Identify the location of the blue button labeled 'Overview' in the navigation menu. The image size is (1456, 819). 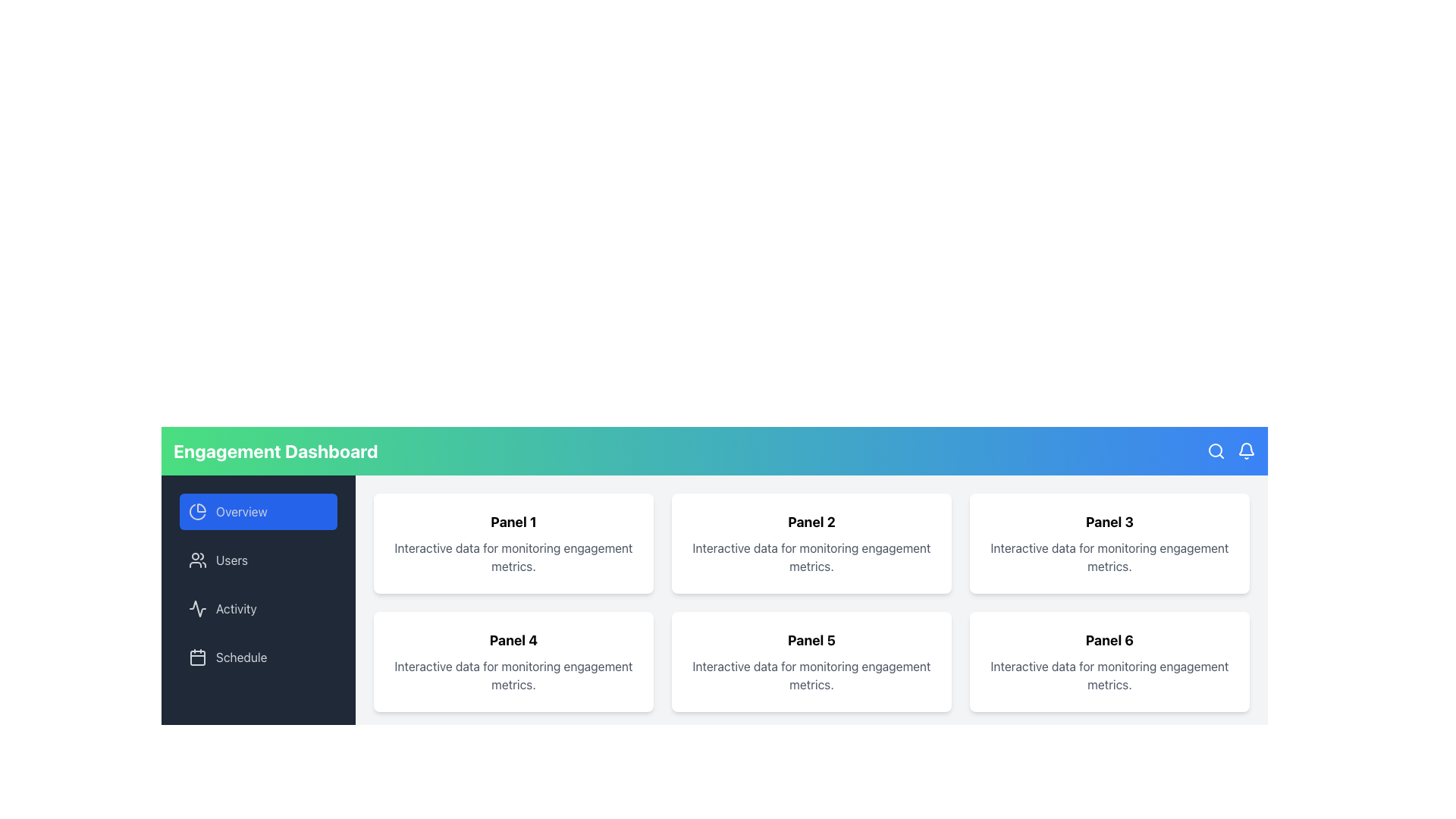
(258, 512).